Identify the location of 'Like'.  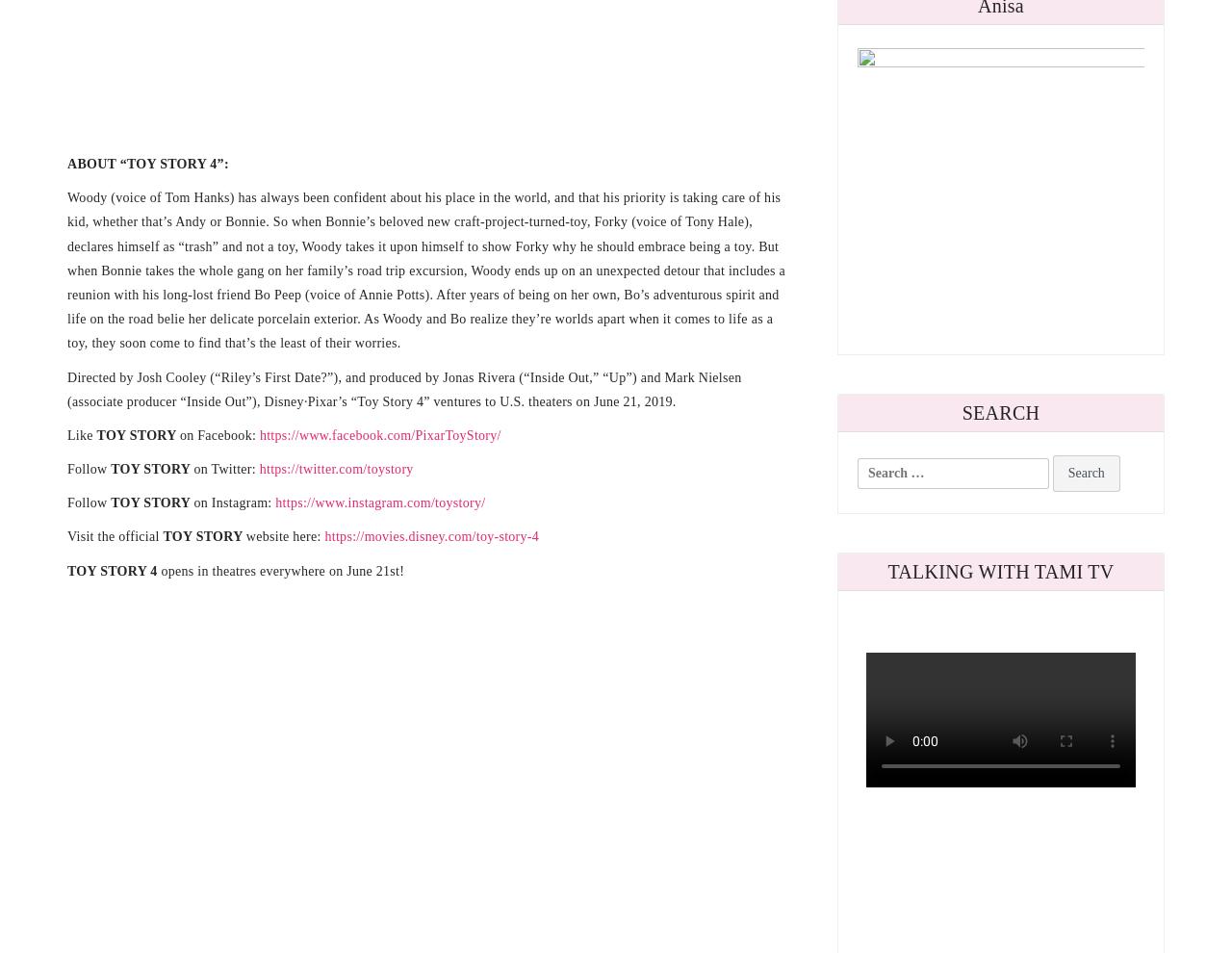
(80, 434).